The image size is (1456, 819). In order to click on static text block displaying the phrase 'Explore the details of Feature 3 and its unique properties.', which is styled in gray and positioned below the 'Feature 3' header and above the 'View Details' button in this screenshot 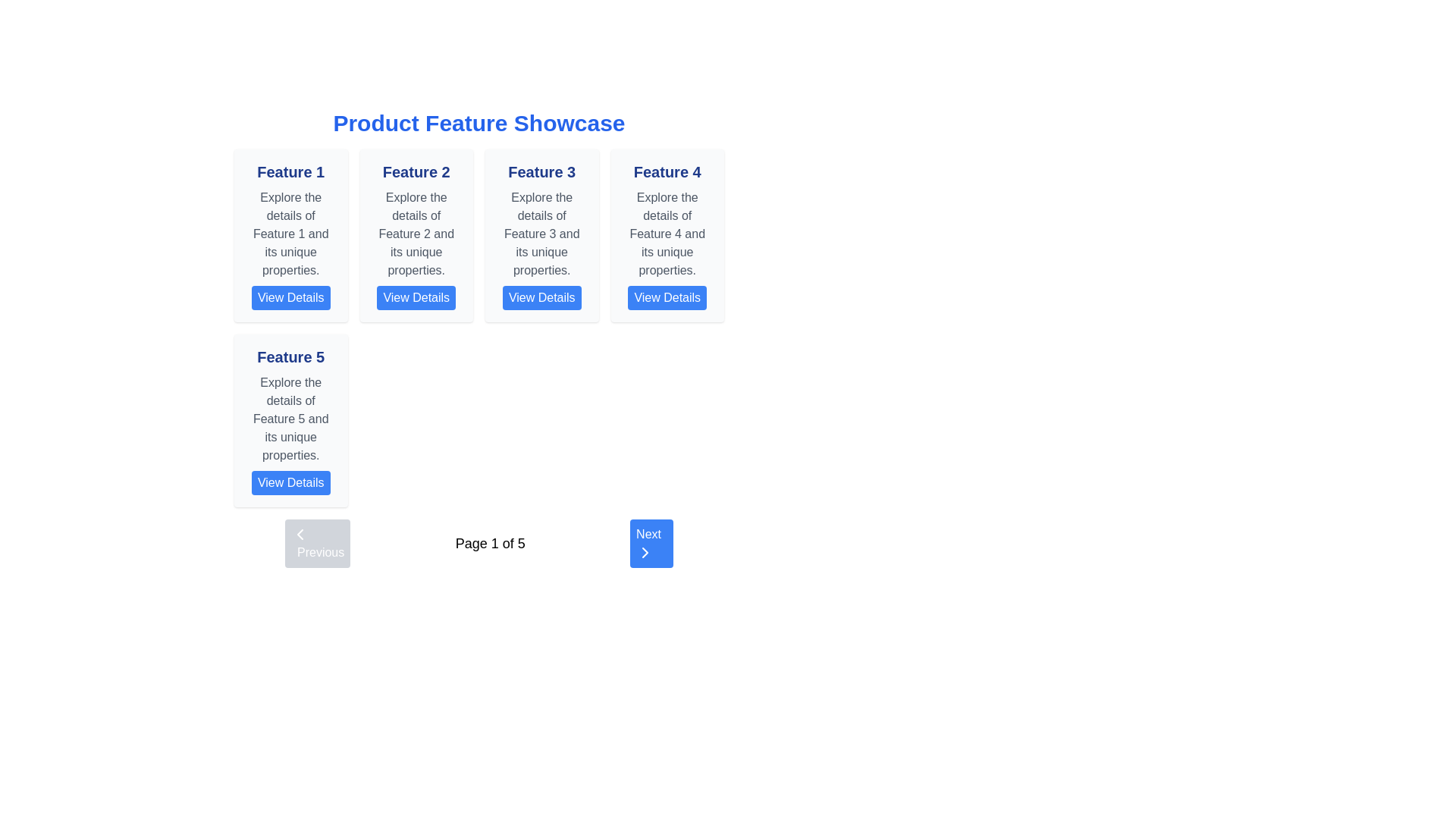, I will do `click(541, 234)`.